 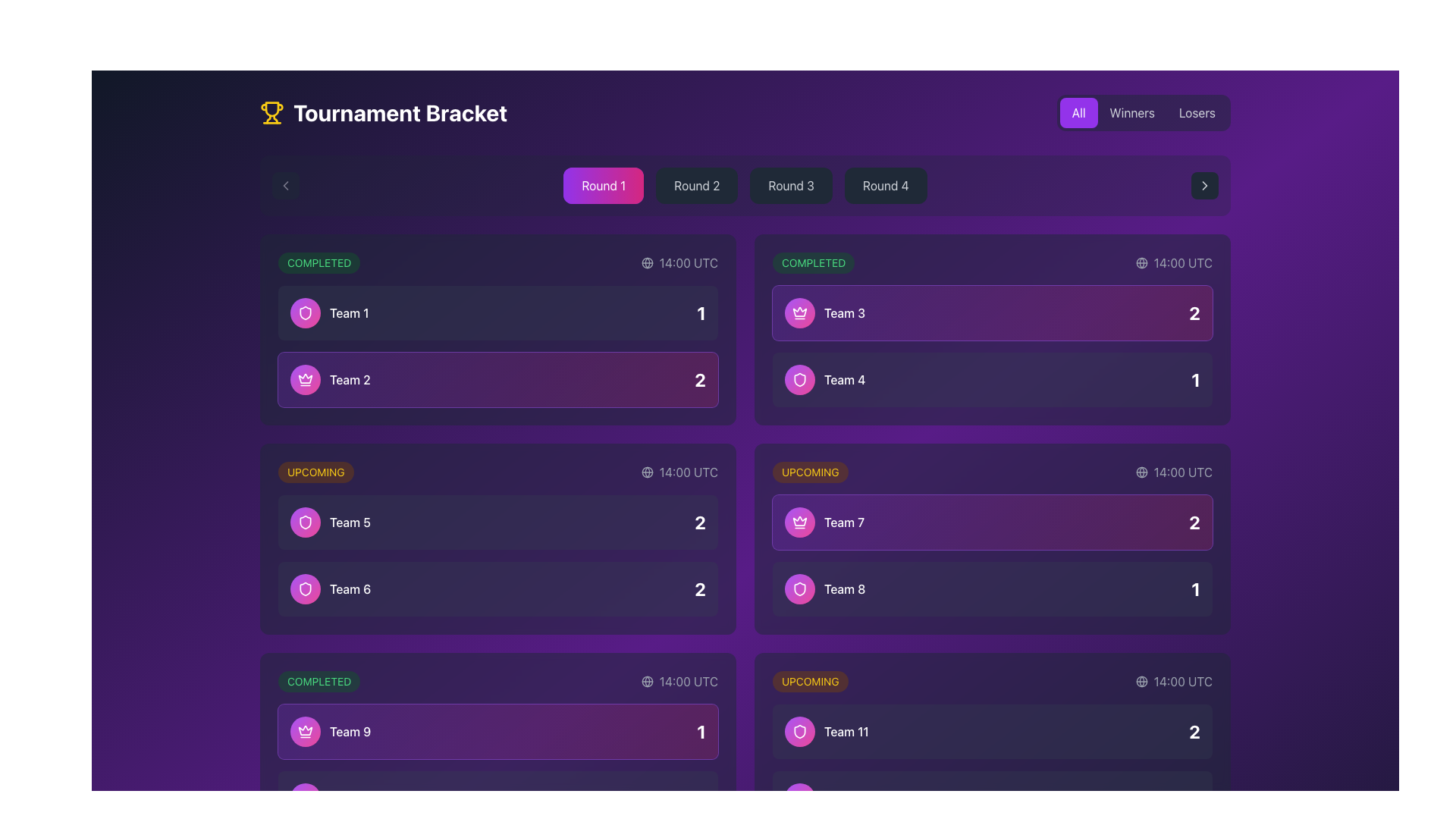 What do you see at coordinates (846, 730) in the screenshot?
I see `the text label displaying 'Team 11' located in the 'Upcoming' section, which is positioned to the right of a circular icon with a shield symbol` at bounding box center [846, 730].